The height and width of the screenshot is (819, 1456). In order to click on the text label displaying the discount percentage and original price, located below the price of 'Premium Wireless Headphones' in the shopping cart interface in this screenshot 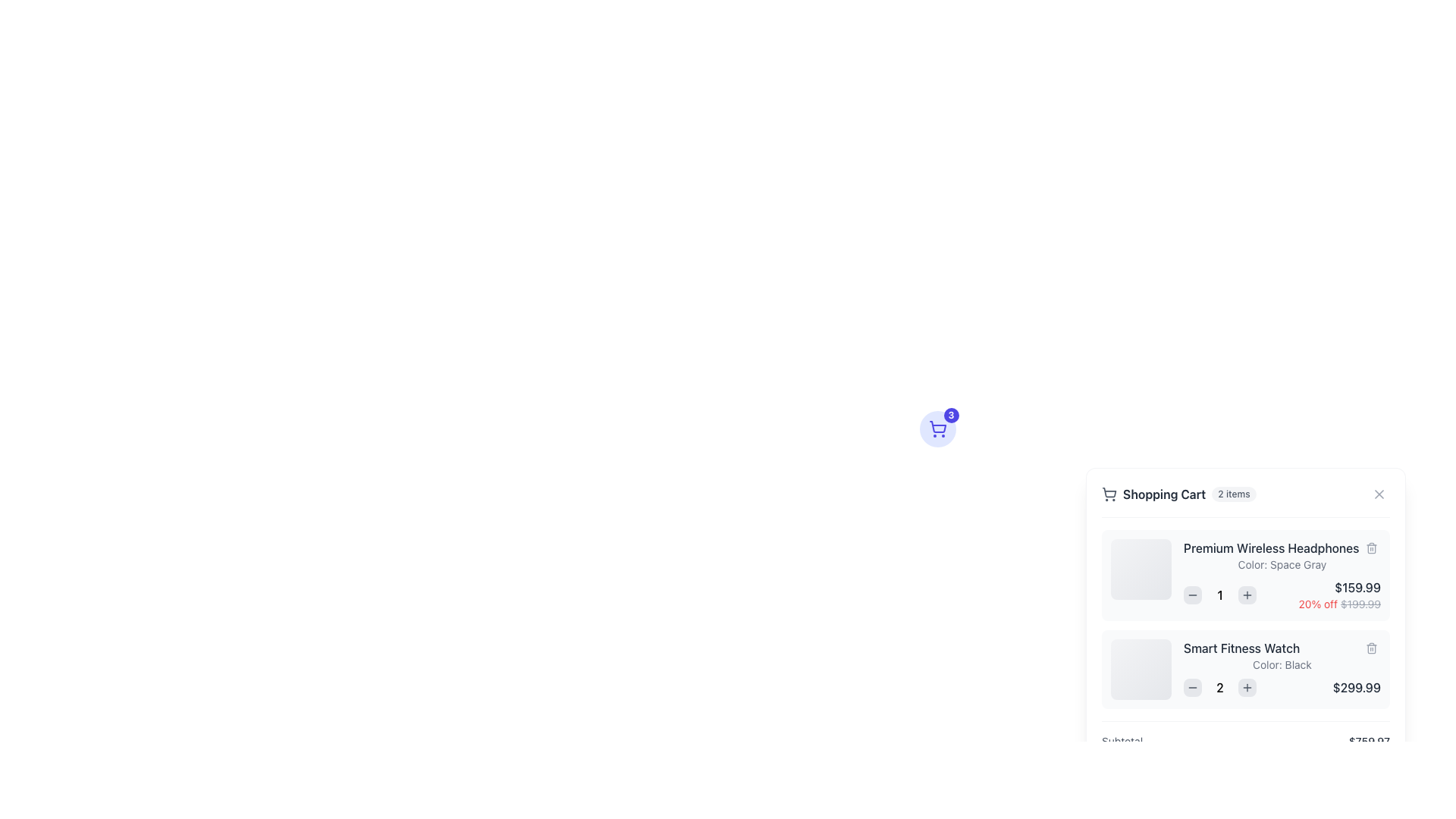, I will do `click(1339, 604)`.